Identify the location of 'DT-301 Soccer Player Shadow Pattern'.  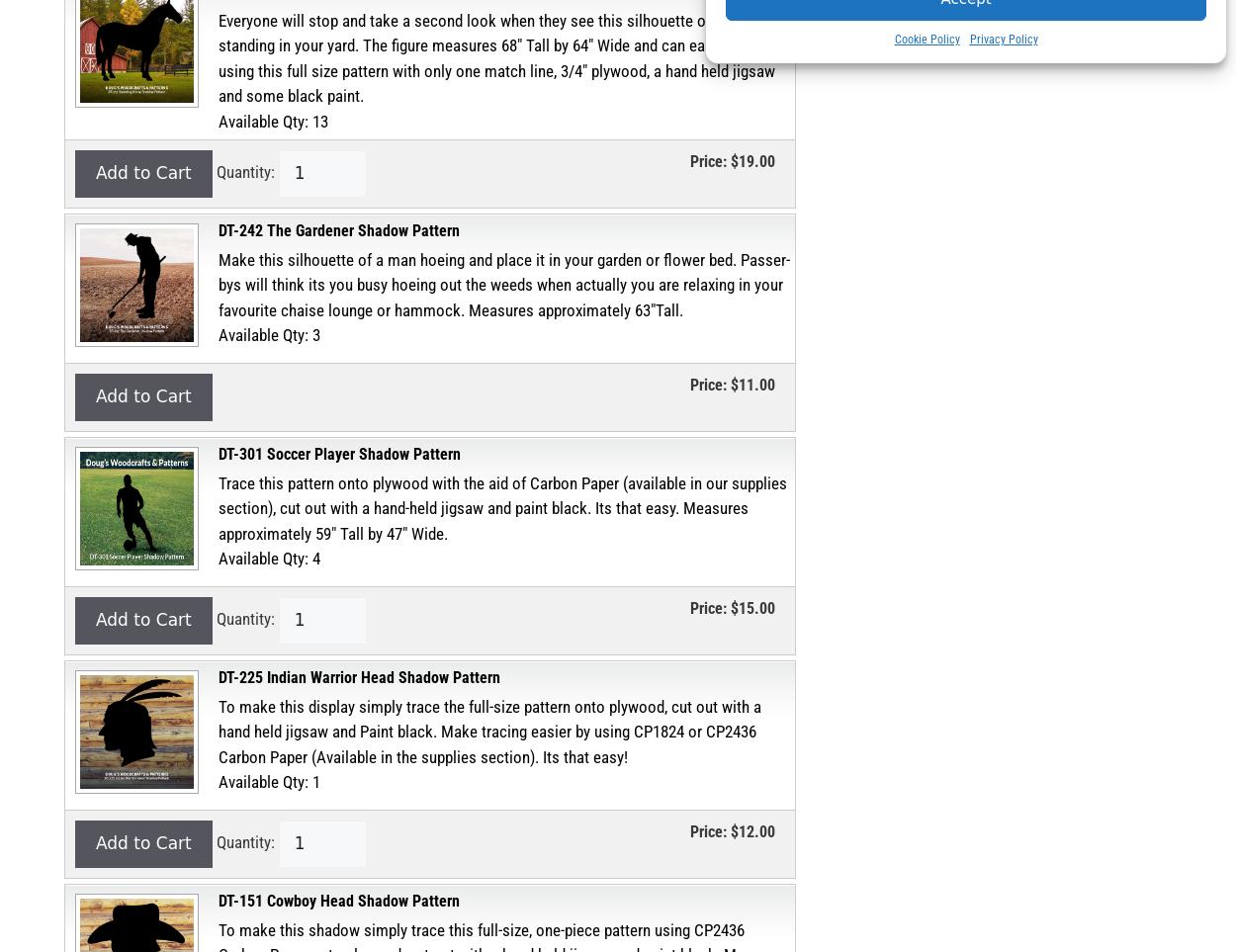
(218, 452).